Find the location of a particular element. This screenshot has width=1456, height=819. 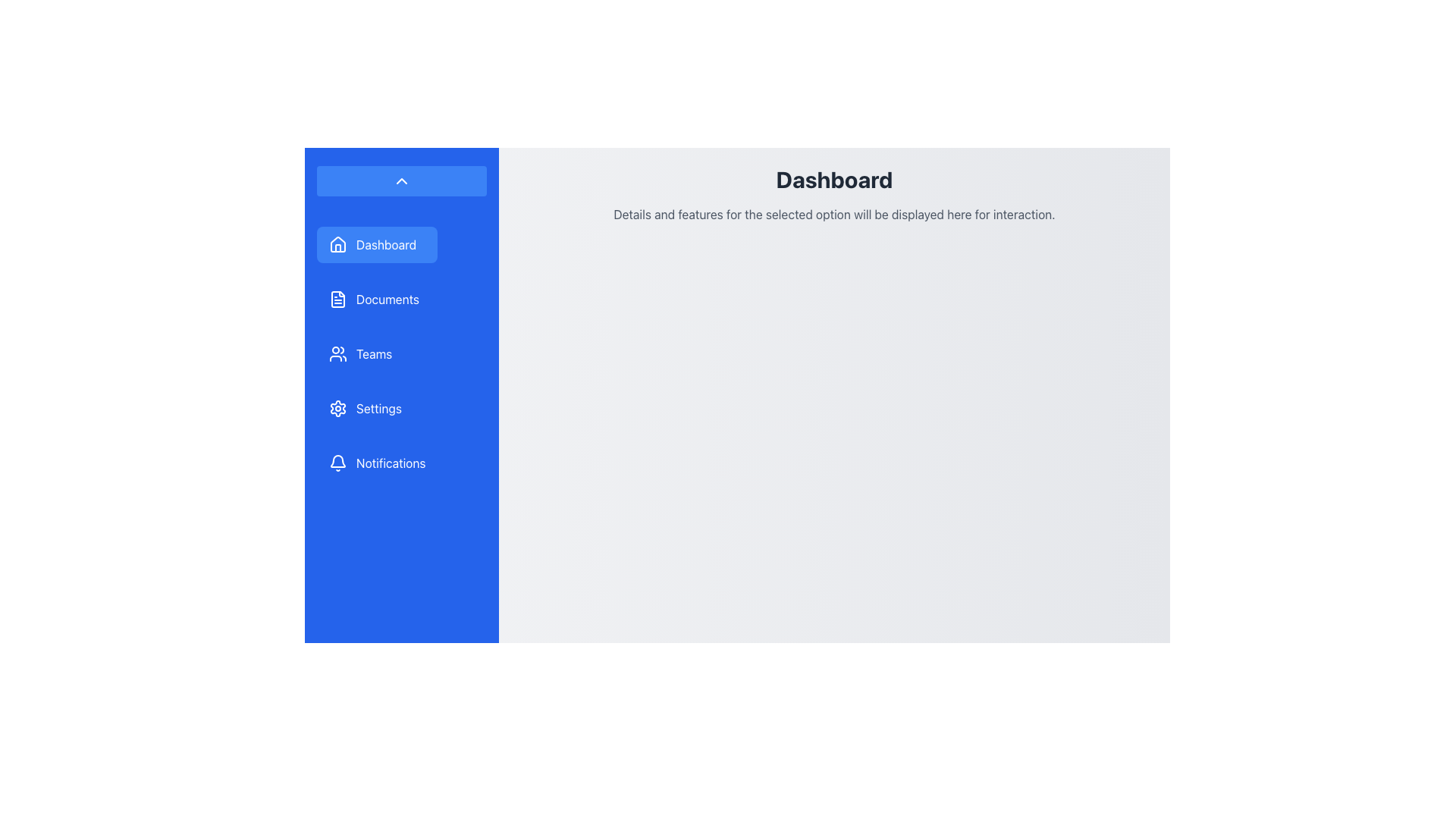

the 'Dashboard' icon located at the top of the navigation sidebar is located at coordinates (337, 243).